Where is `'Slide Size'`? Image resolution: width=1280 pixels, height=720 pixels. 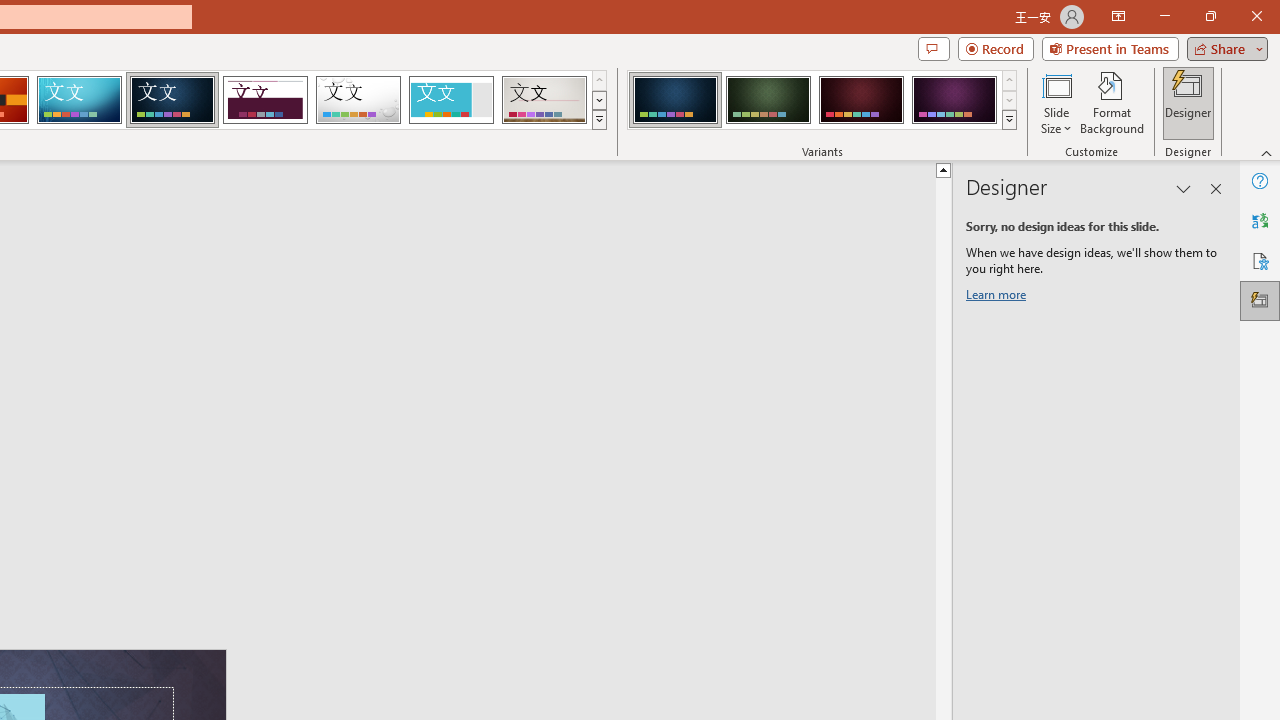 'Slide Size' is located at coordinates (1055, 103).